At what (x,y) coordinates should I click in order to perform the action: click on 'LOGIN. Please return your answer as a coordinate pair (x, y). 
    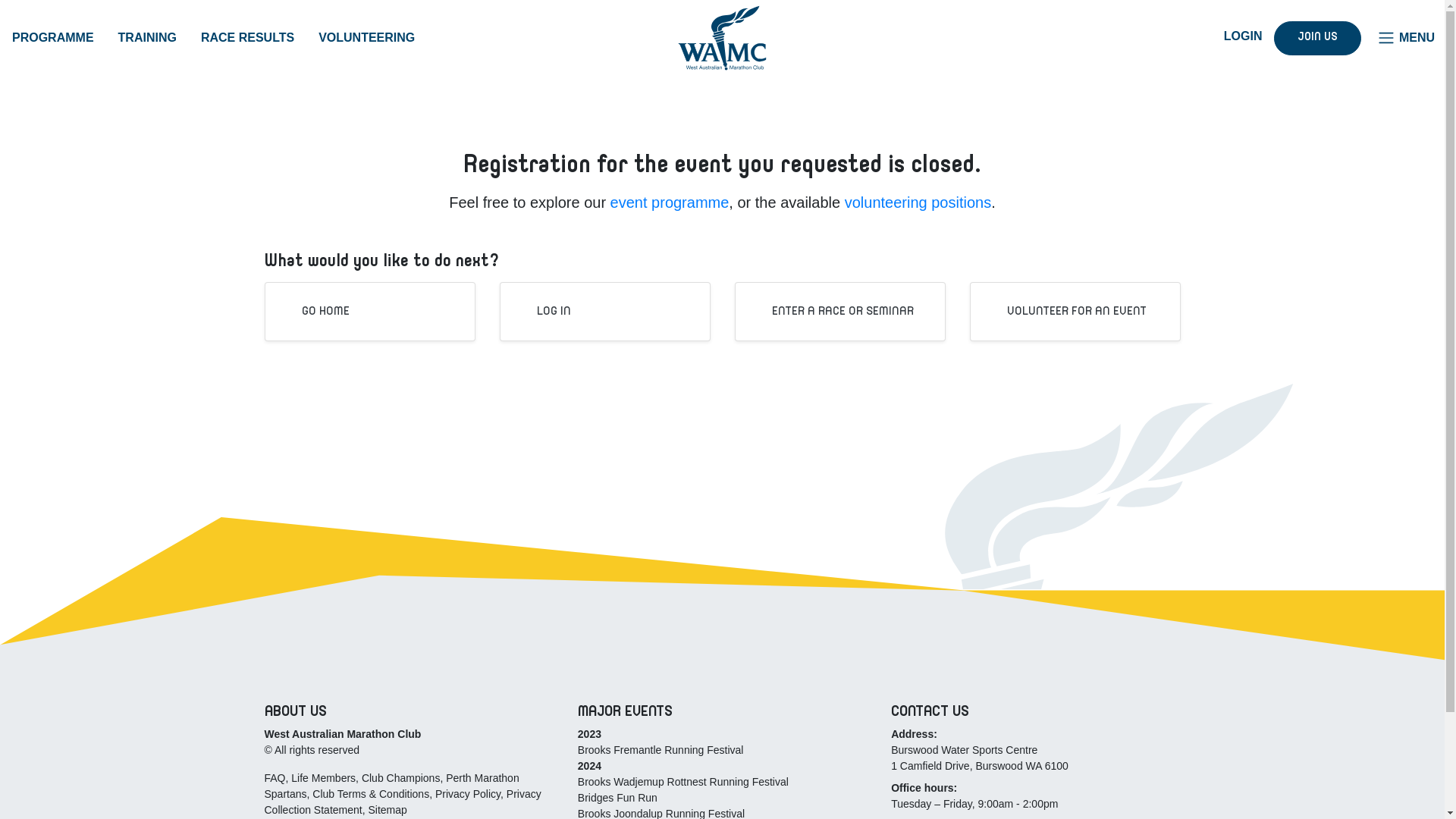
    Looking at the image, I should click on (1232, 35).